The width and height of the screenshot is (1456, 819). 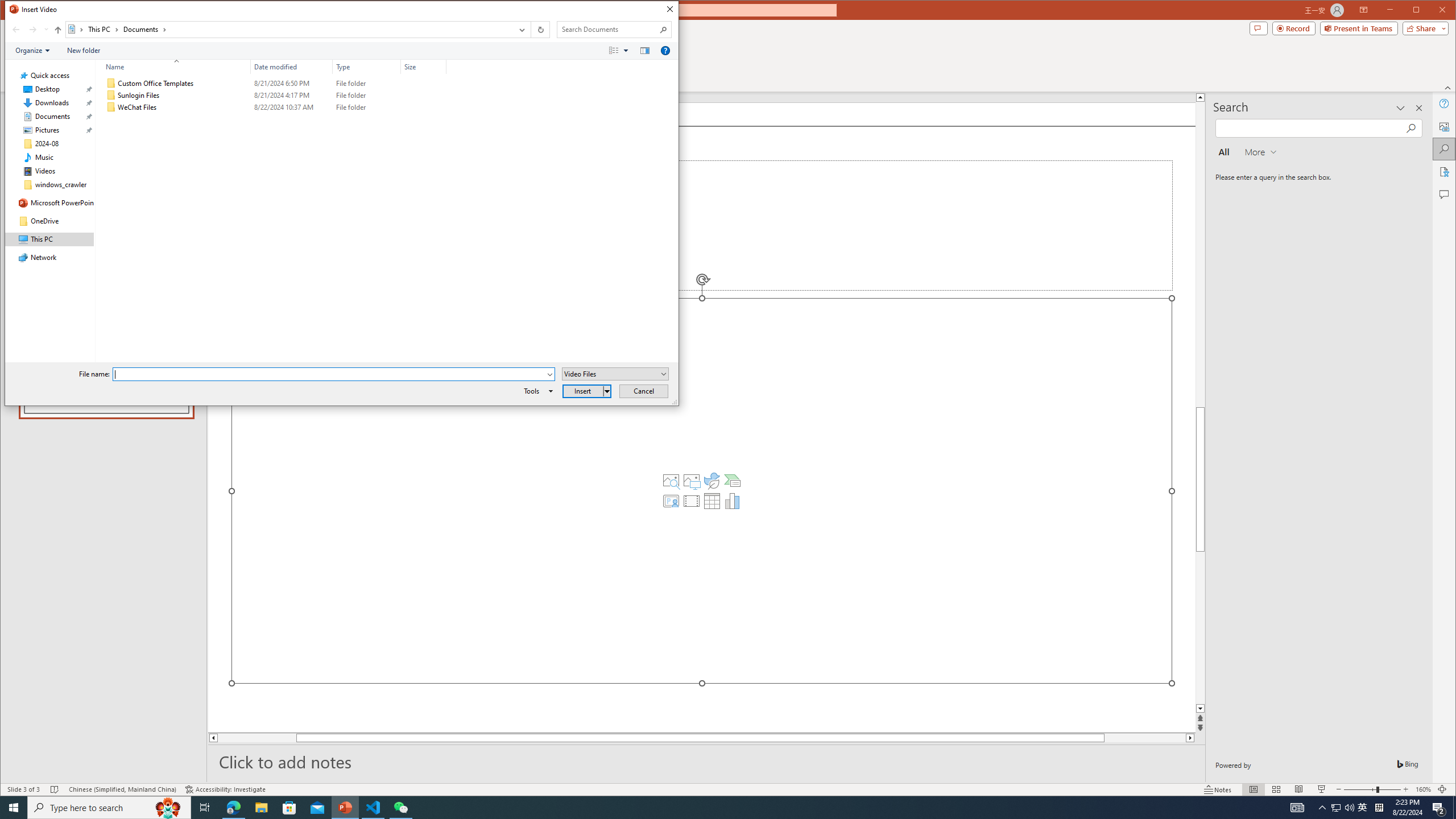 What do you see at coordinates (83, 50) in the screenshot?
I see `'New folder'` at bounding box center [83, 50].